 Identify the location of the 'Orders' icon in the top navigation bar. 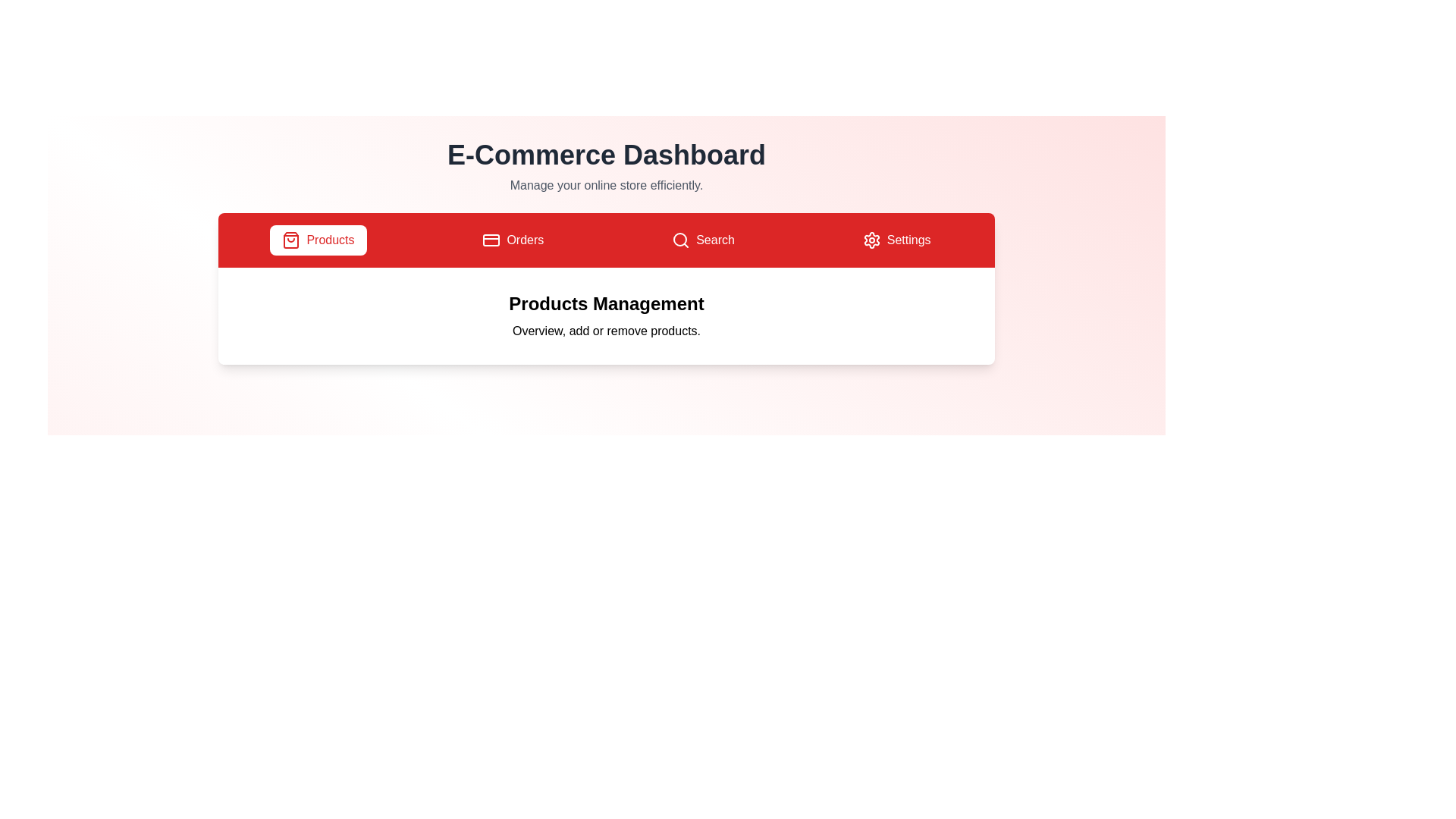
(491, 239).